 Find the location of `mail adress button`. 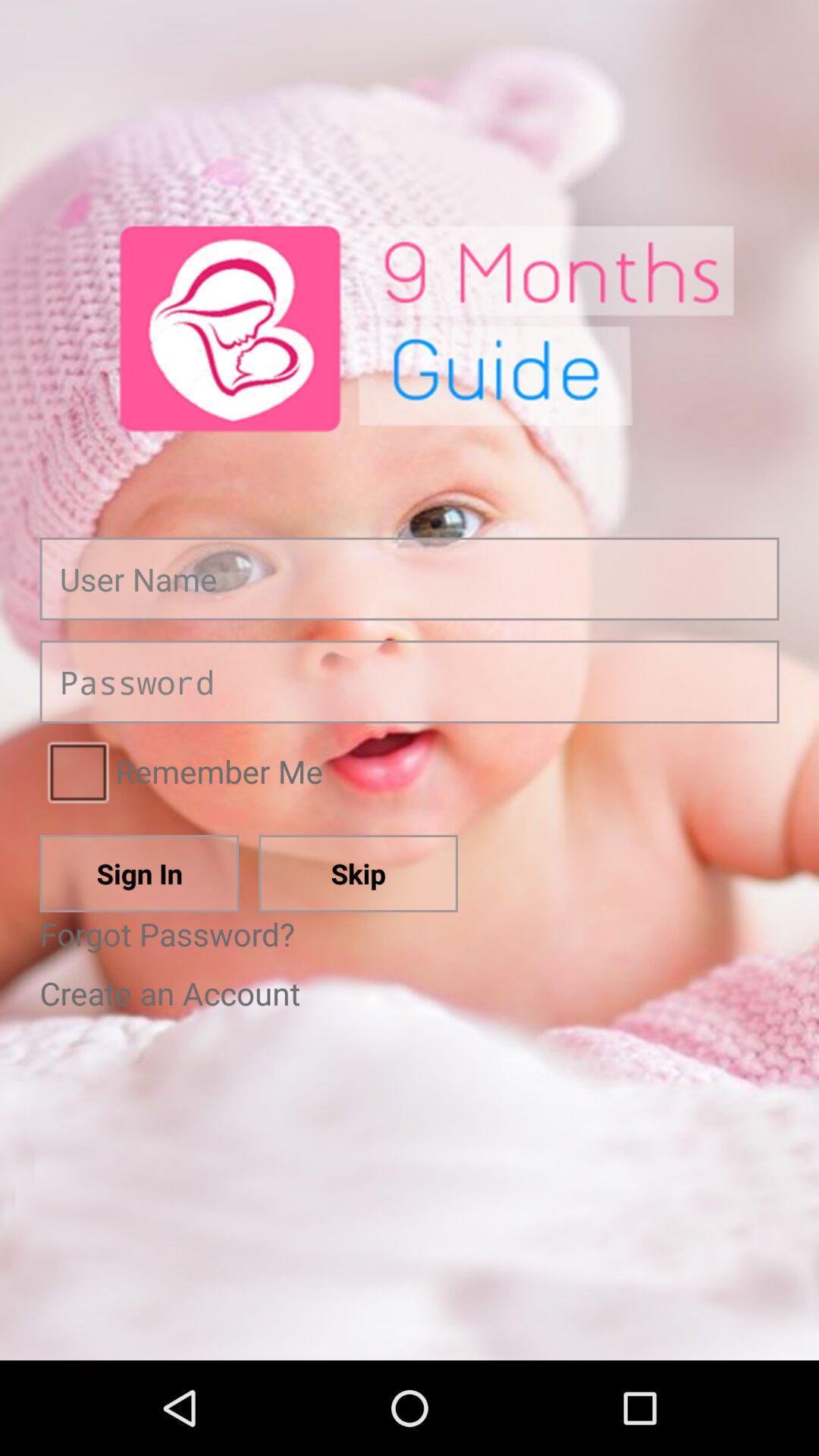

mail adress button is located at coordinates (409, 578).